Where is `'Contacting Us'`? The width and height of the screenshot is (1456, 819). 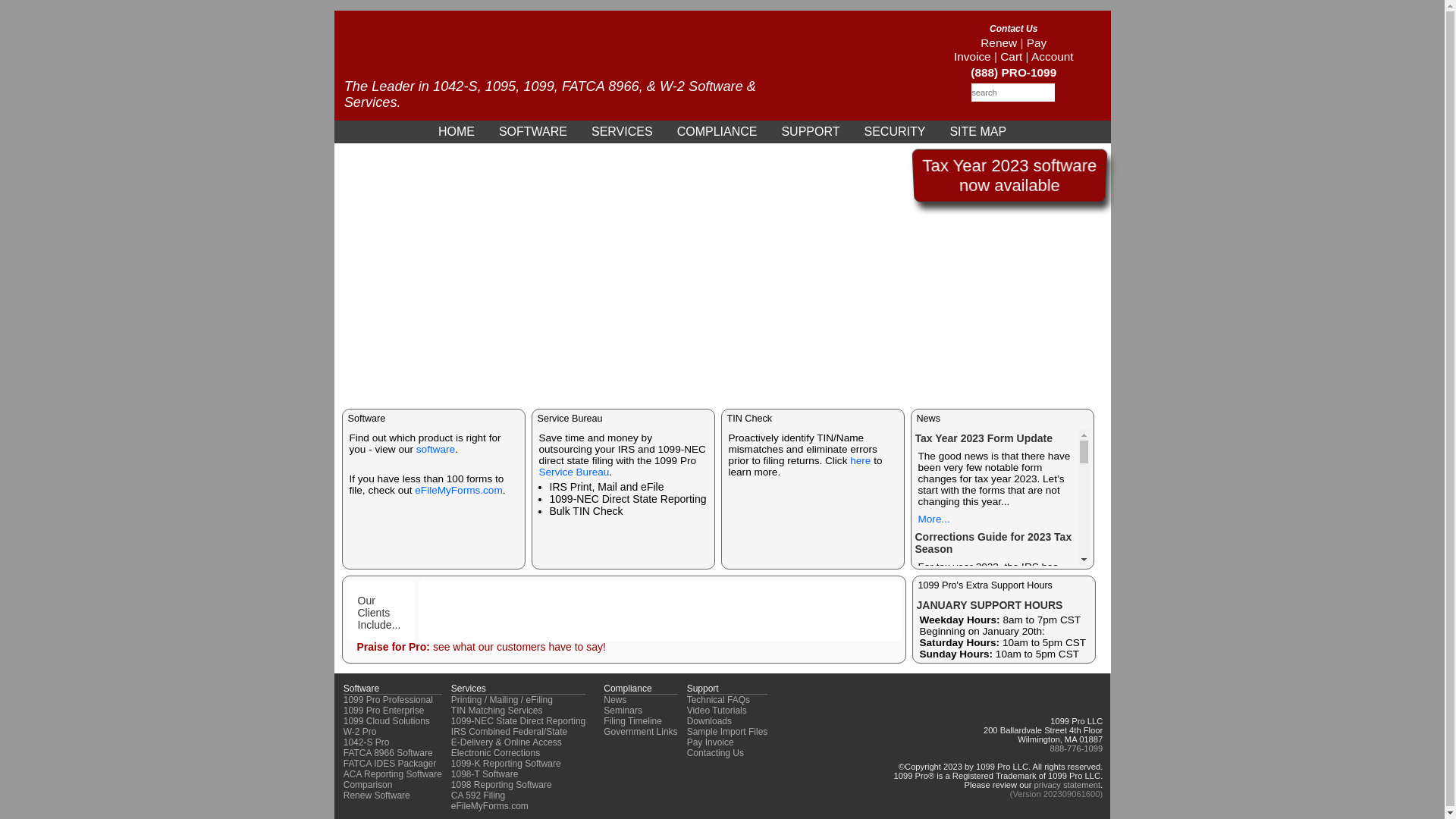
'Contacting Us' is located at coordinates (714, 752).